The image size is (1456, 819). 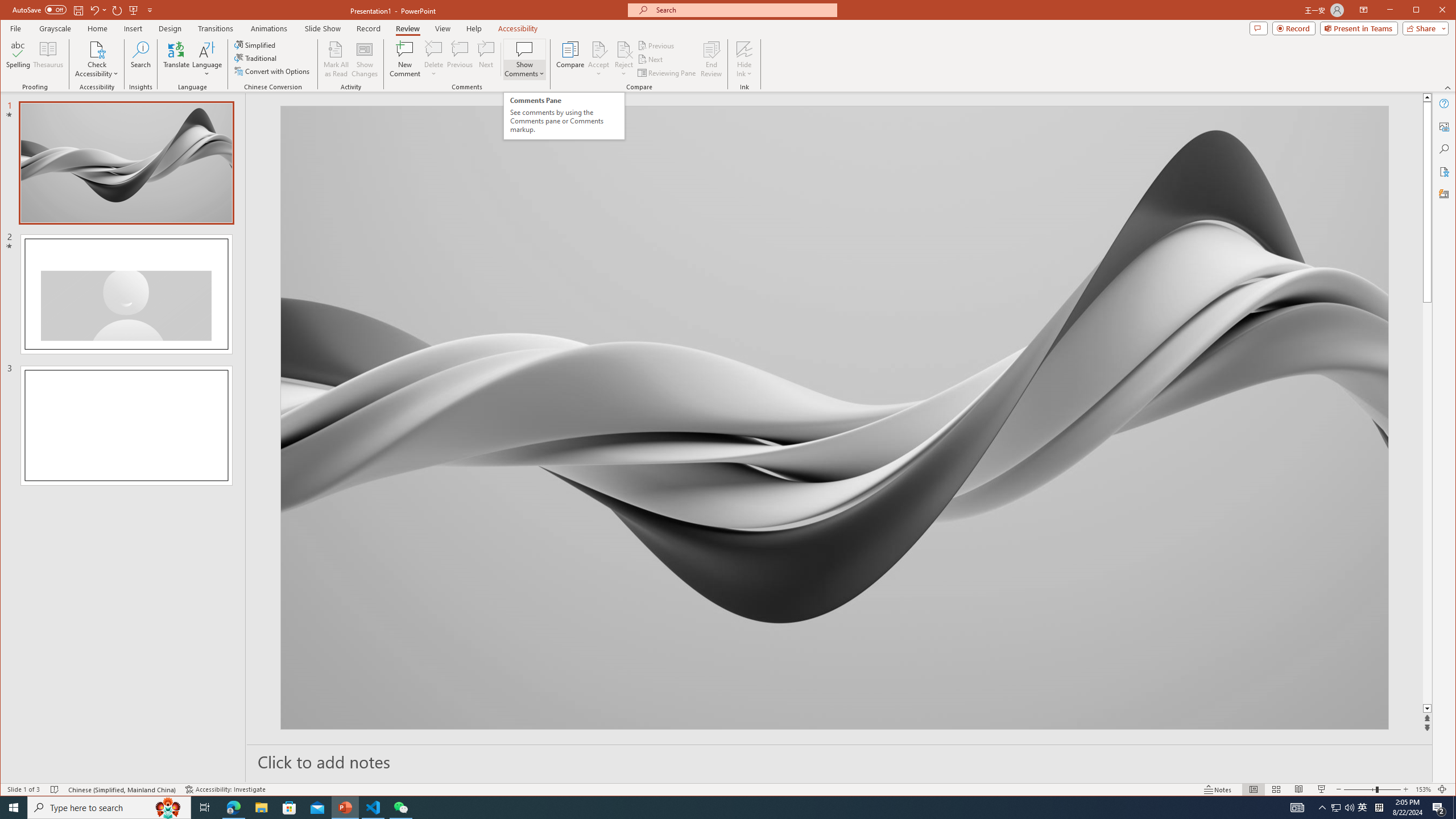 I want to click on 'Grayscale', so click(x=55, y=28).